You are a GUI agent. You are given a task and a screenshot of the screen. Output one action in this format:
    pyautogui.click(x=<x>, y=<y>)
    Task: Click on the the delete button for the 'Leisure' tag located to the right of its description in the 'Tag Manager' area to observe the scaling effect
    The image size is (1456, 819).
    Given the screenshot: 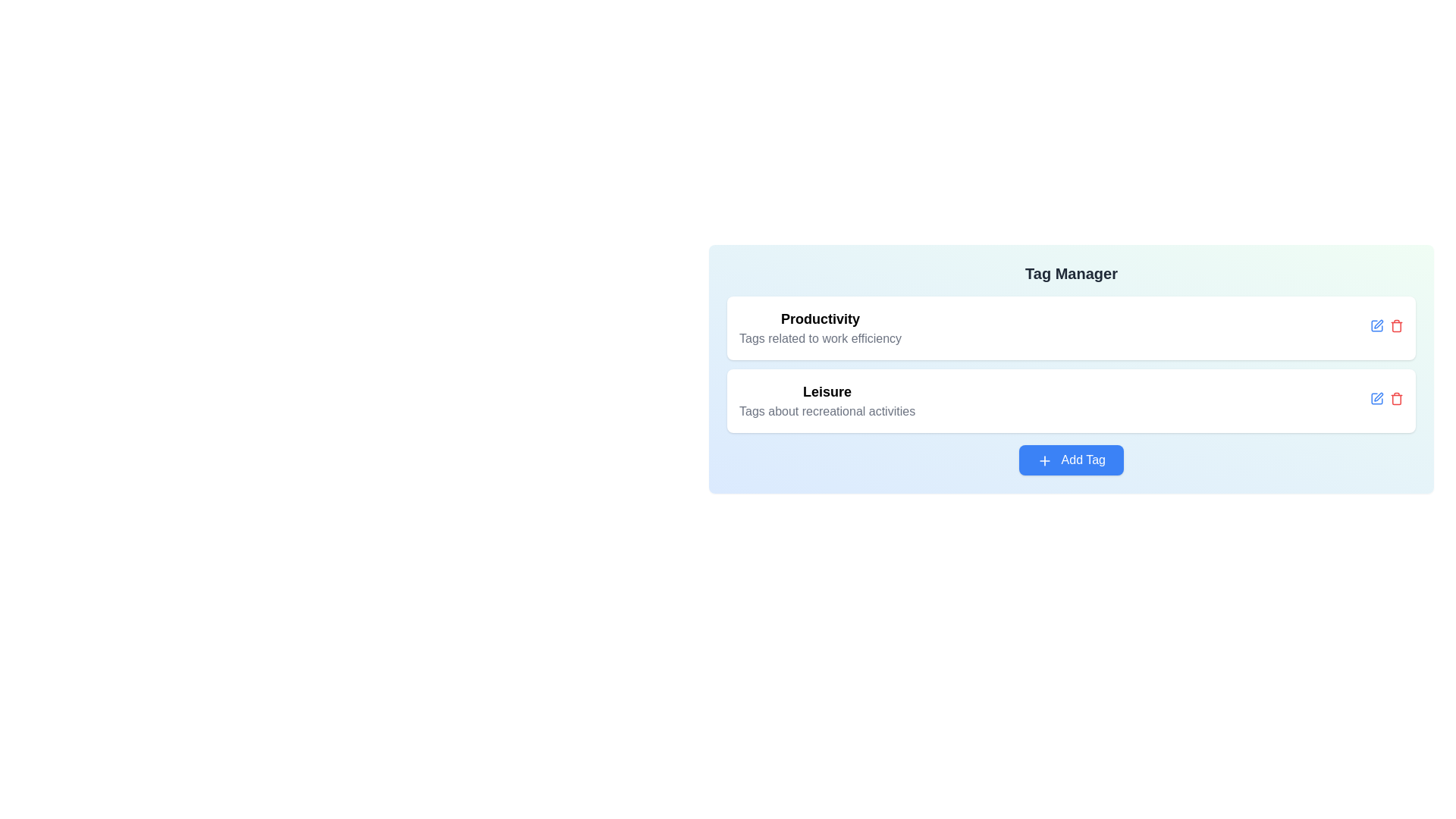 What is the action you would take?
    pyautogui.click(x=1396, y=397)
    